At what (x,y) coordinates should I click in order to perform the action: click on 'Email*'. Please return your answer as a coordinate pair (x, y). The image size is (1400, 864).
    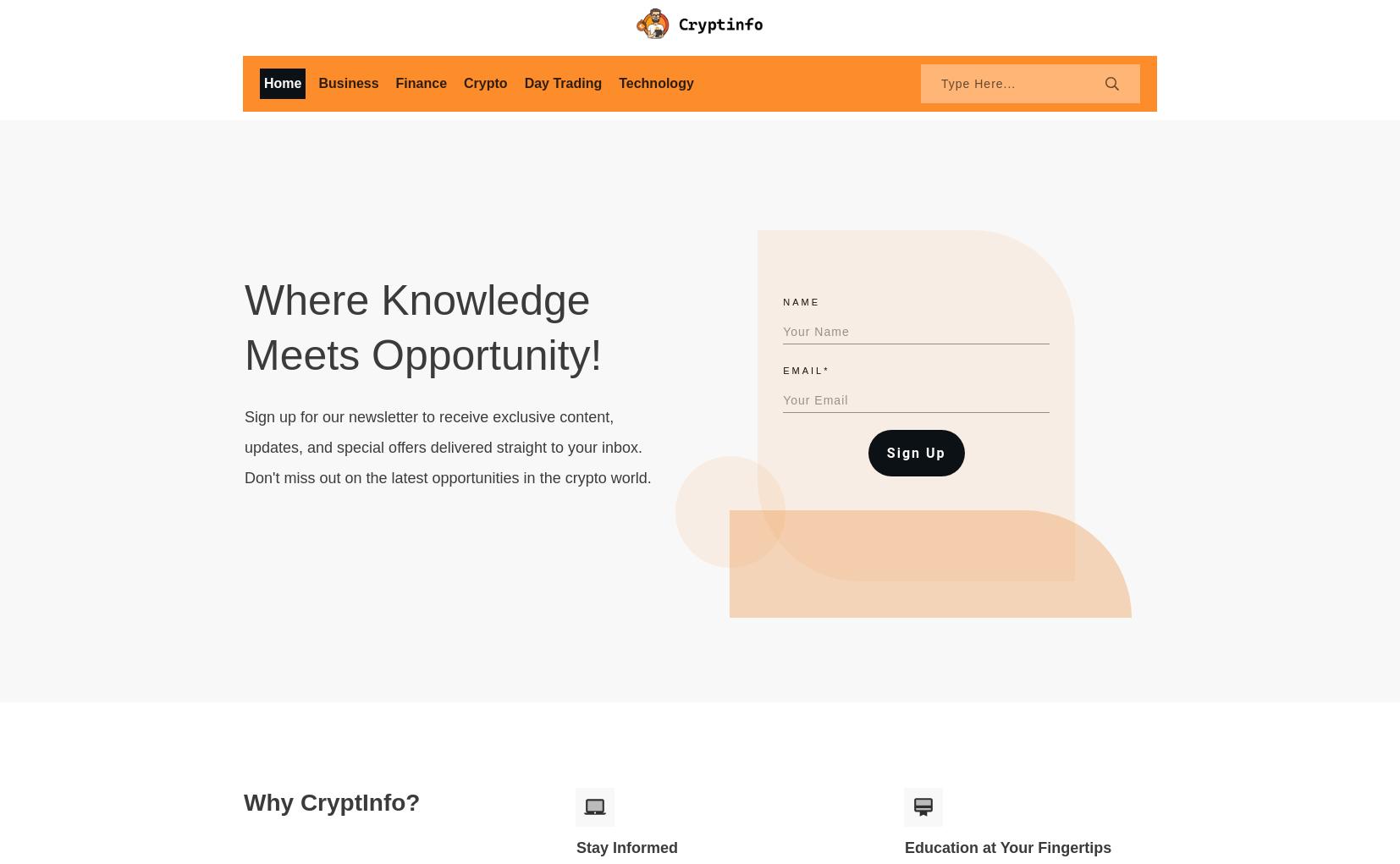
    Looking at the image, I should click on (782, 369).